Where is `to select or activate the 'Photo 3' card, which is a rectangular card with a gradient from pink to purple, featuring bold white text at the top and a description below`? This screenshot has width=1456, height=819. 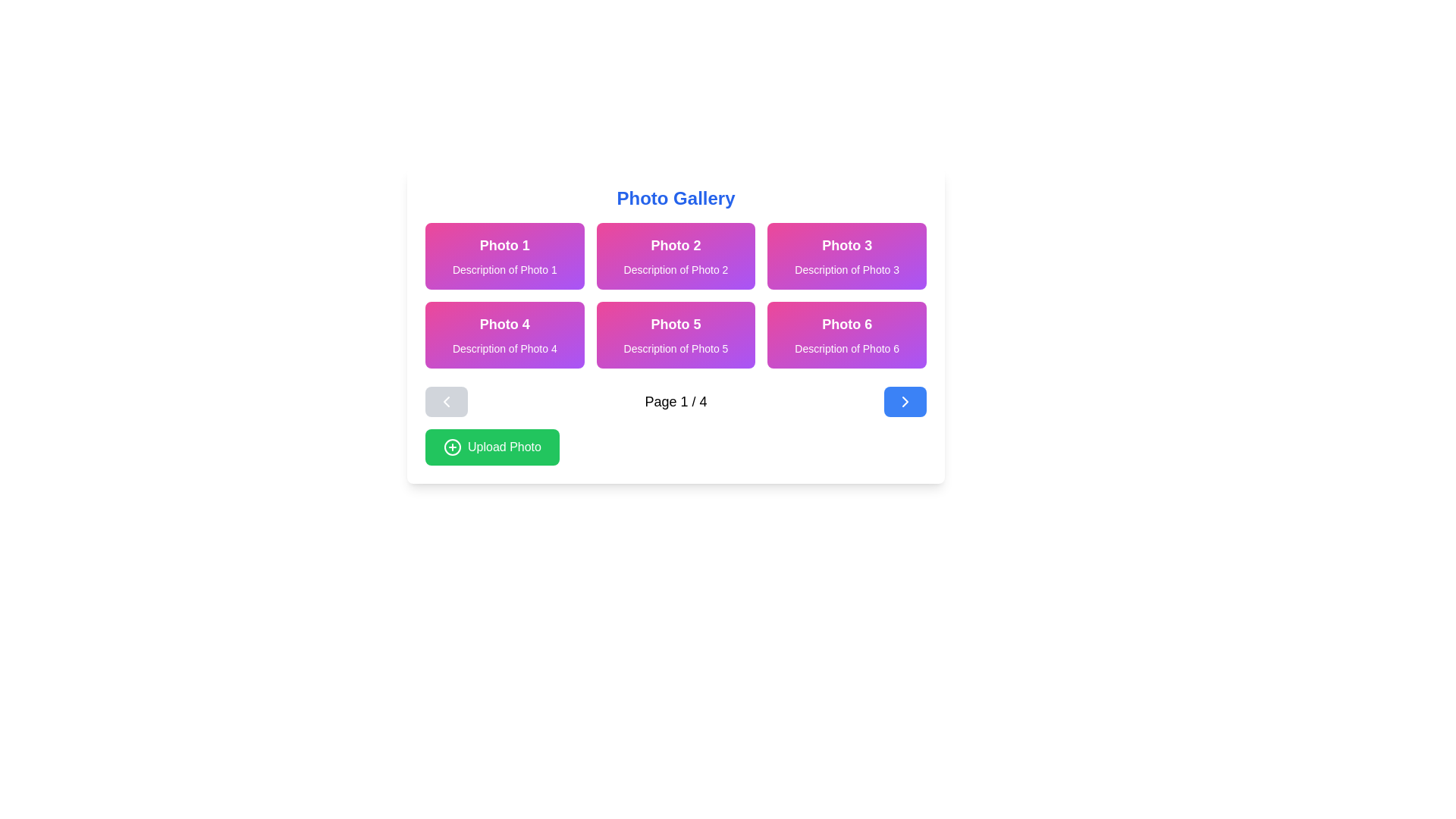
to select or activate the 'Photo 3' card, which is a rectangular card with a gradient from pink to purple, featuring bold white text at the top and a description below is located at coordinates (846, 256).